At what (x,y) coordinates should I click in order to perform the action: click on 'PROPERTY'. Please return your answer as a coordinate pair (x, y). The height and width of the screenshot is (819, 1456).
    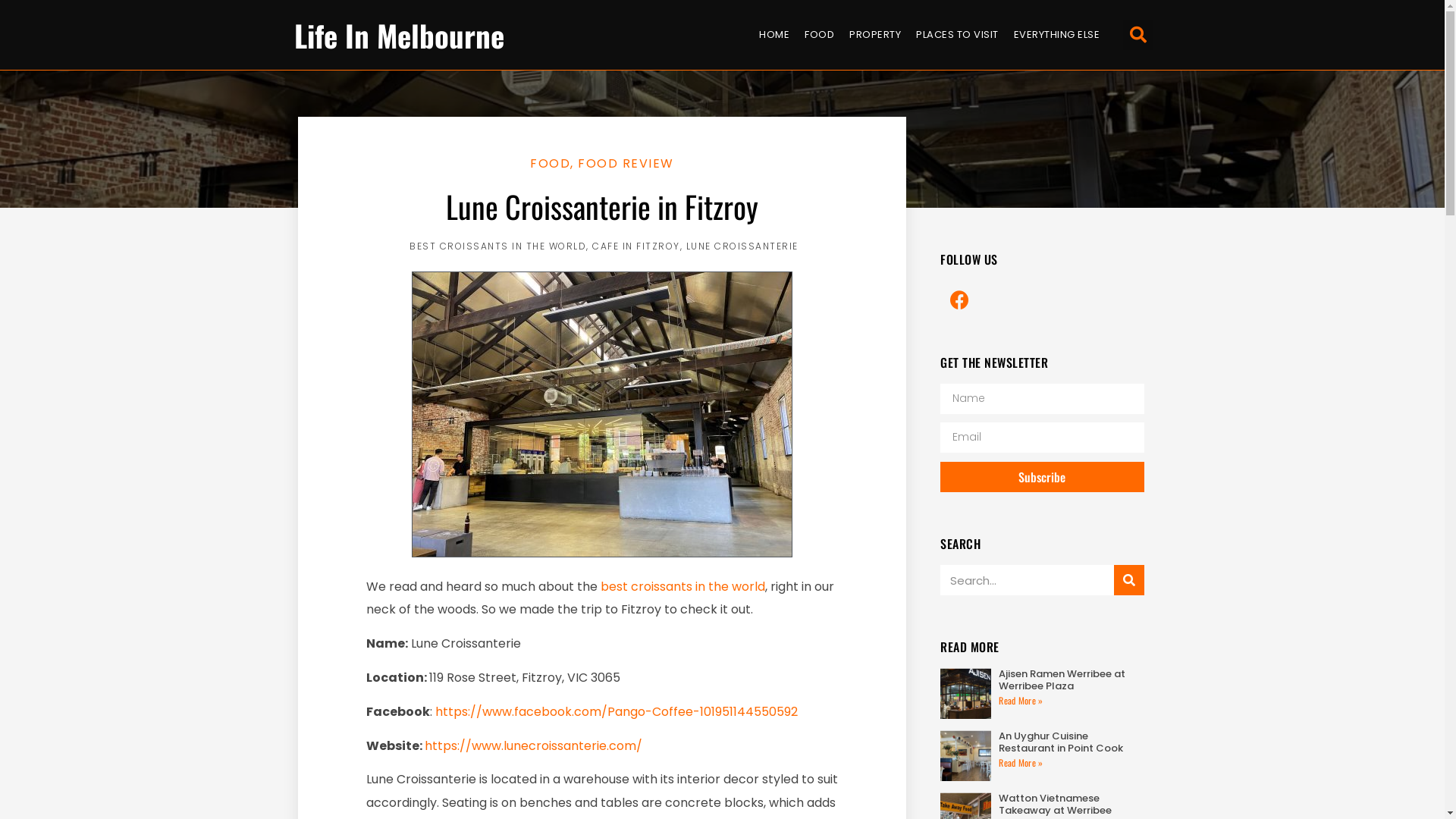
    Looking at the image, I should click on (874, 34).